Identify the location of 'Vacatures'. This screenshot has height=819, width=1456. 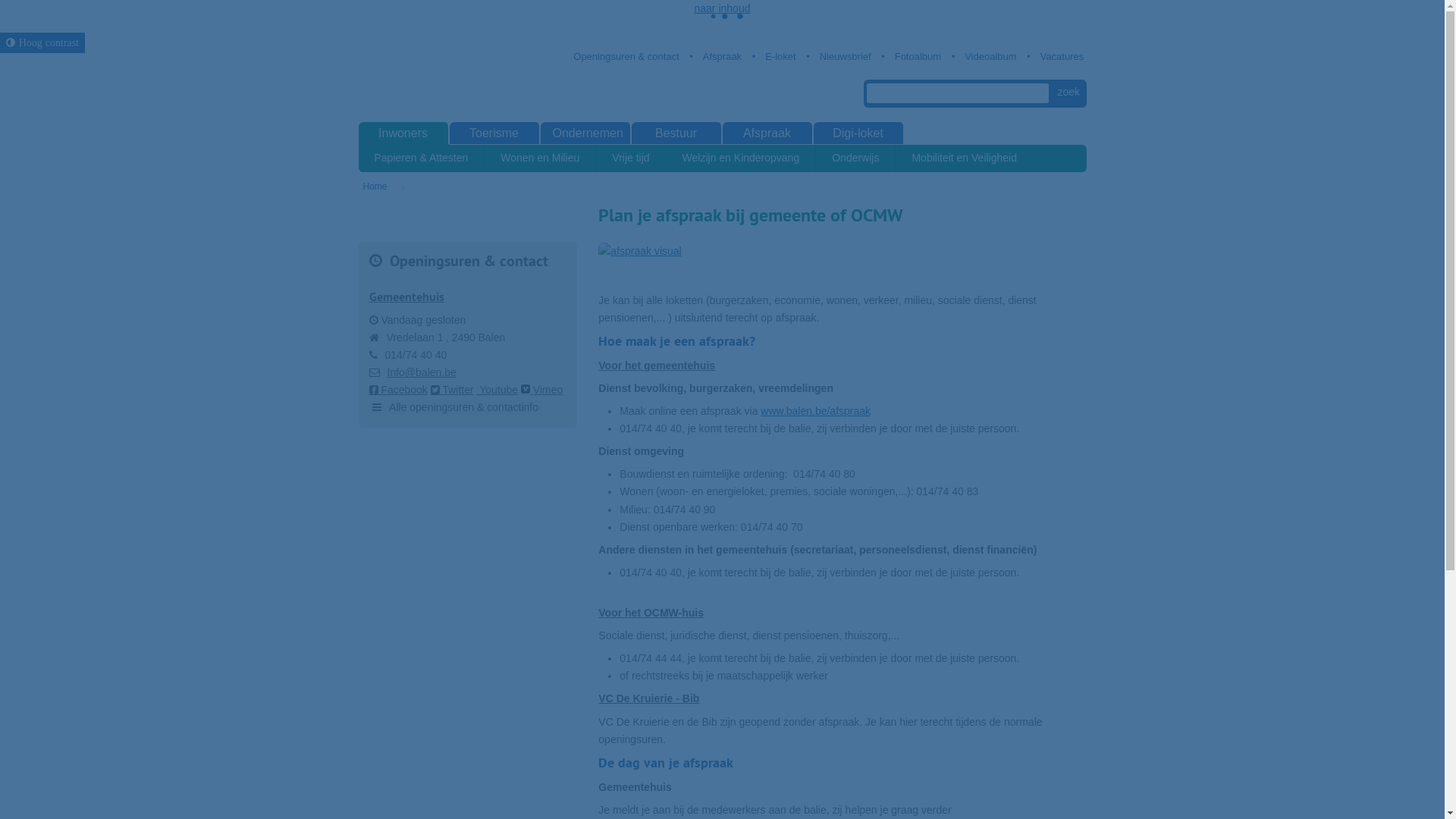
(1055, 55).